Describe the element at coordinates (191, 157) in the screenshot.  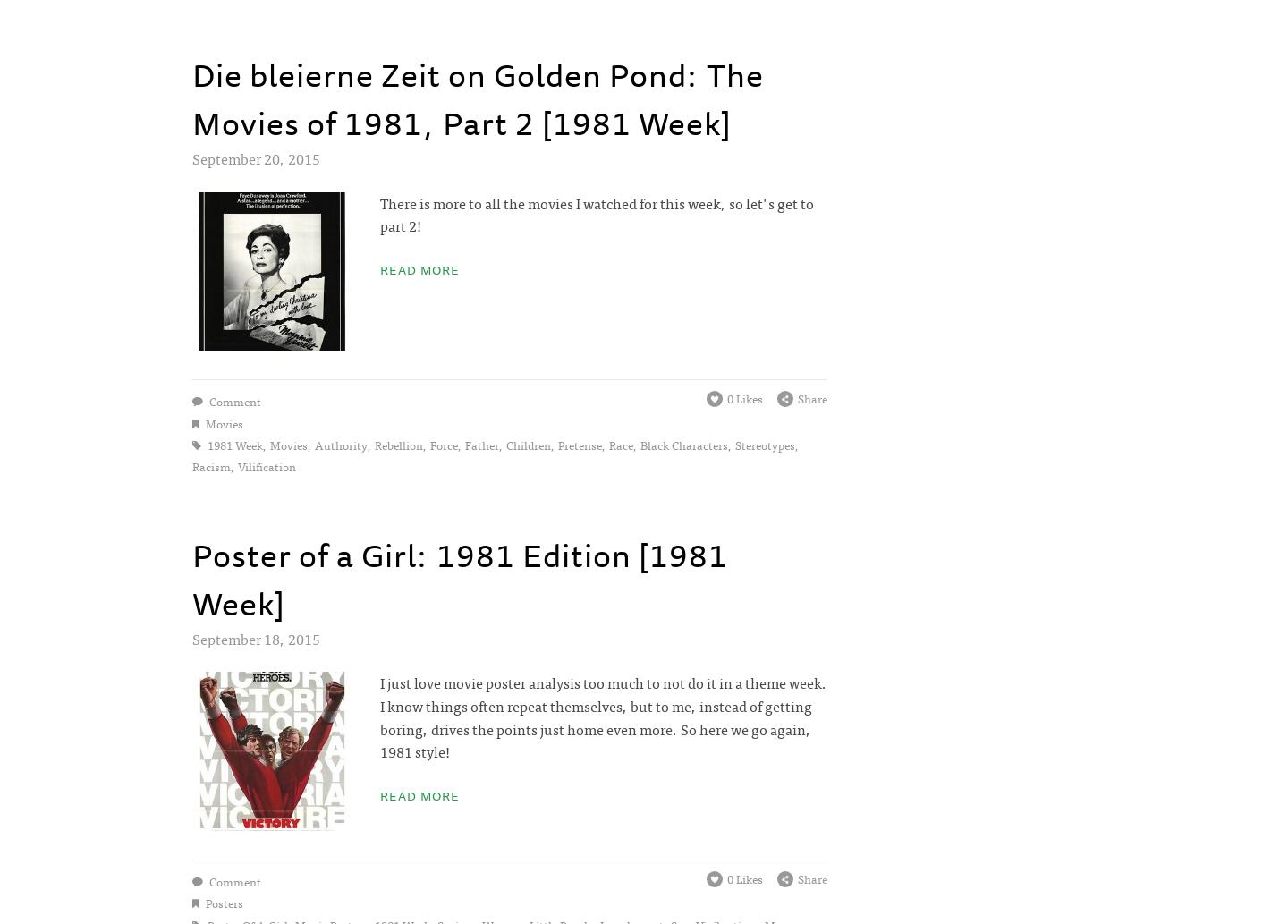
I see `'September 20, 2015'` at that location.